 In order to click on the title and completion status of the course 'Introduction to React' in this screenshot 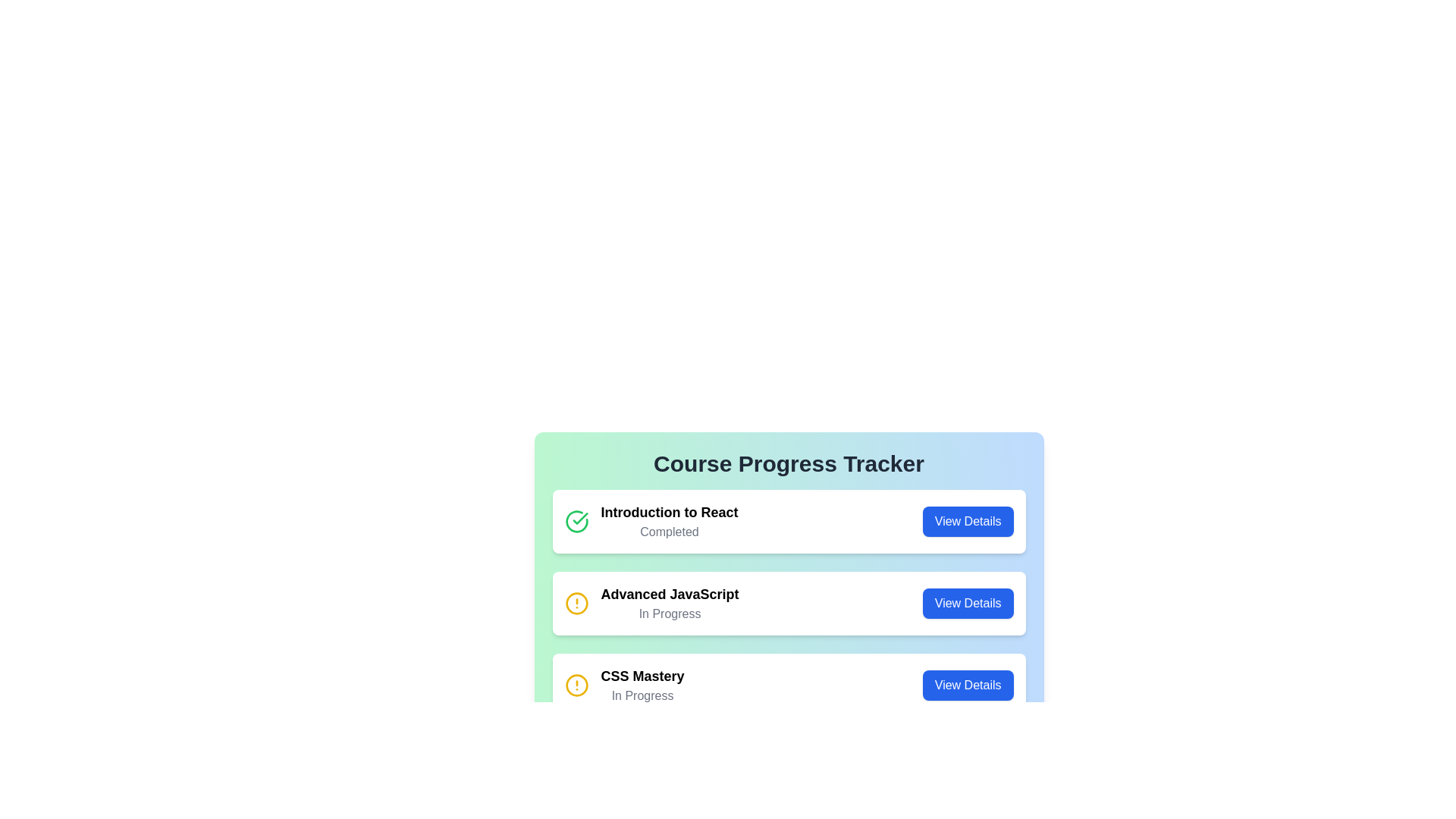, I will do `click(651, 520)`.